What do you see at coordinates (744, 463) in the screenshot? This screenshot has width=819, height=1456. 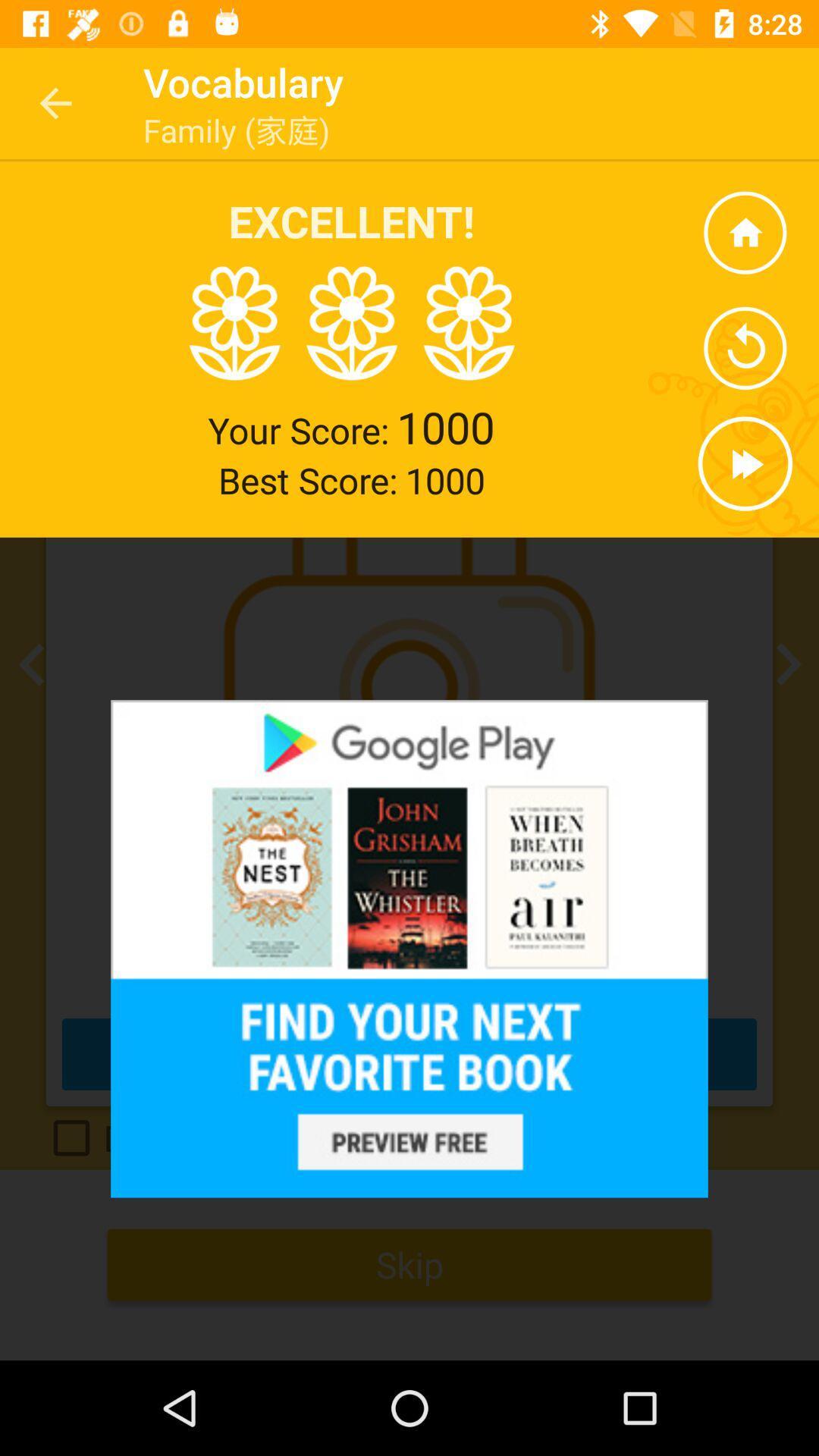 I see `the av_forward icon` at bounding box center [744, 463].